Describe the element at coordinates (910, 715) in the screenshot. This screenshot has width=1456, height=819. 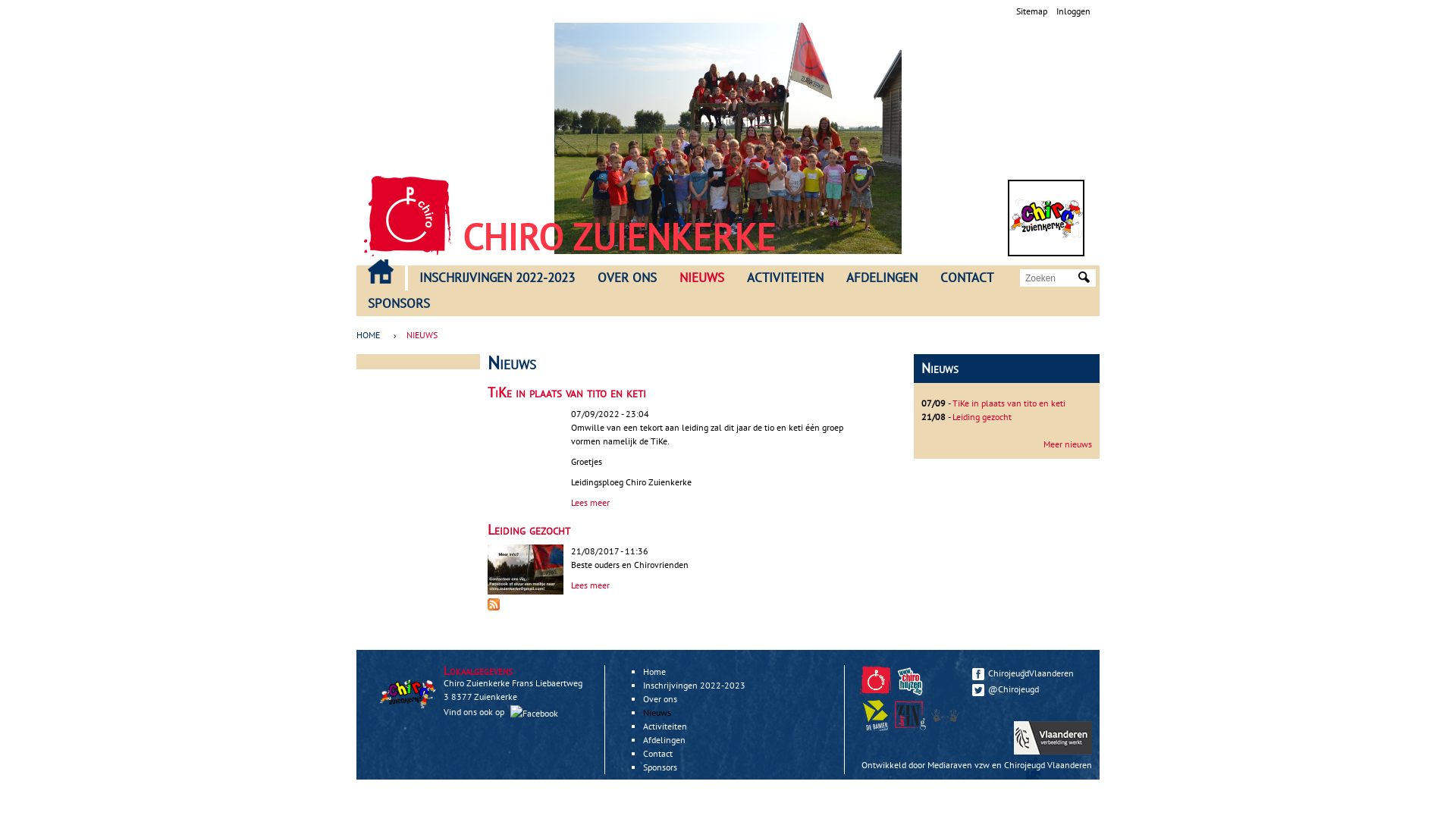
I see `'Zindering'` at that location.